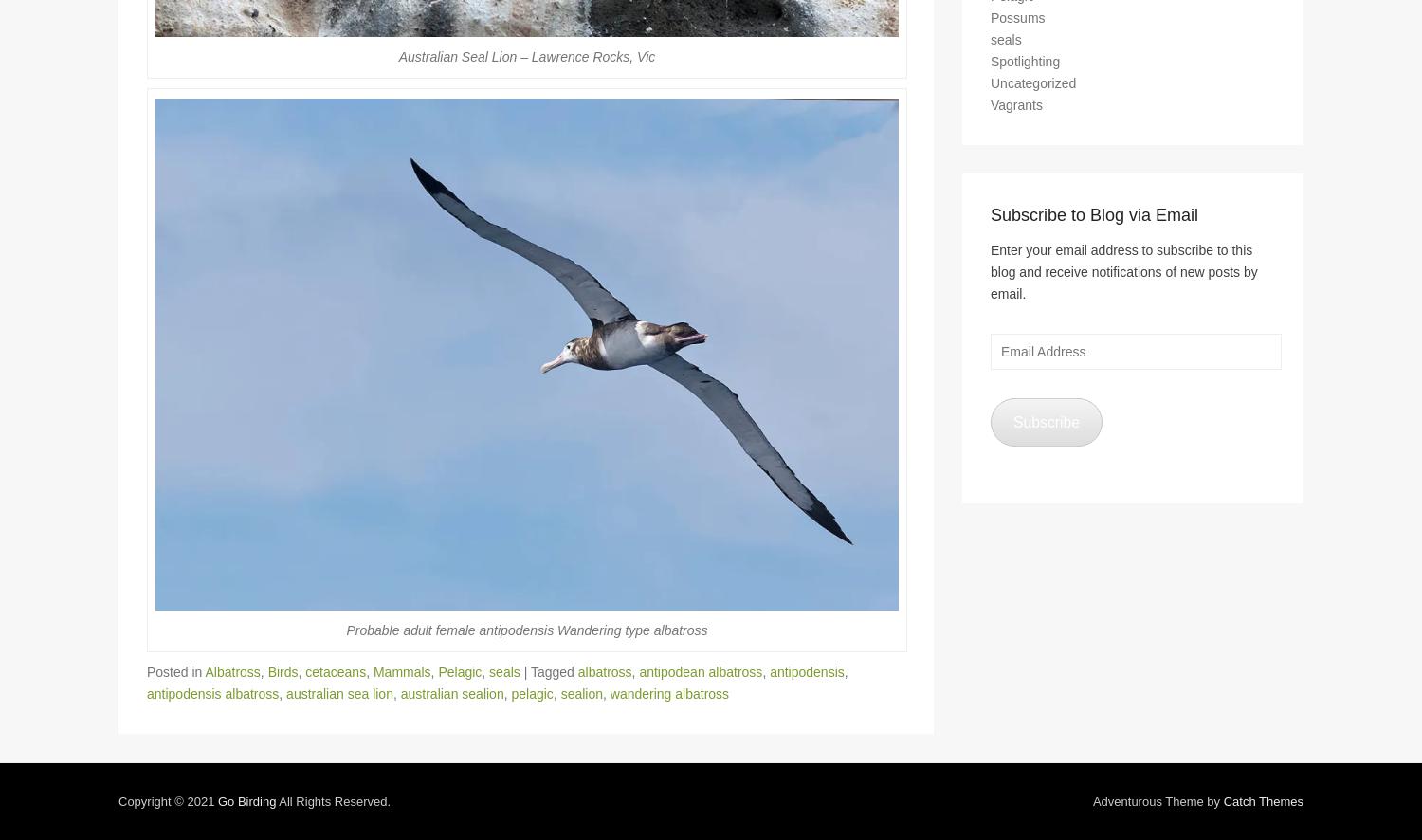  Describe the element at coordinates (668, 701) in the screenshot. I see `'wandering albatross'` at that location.